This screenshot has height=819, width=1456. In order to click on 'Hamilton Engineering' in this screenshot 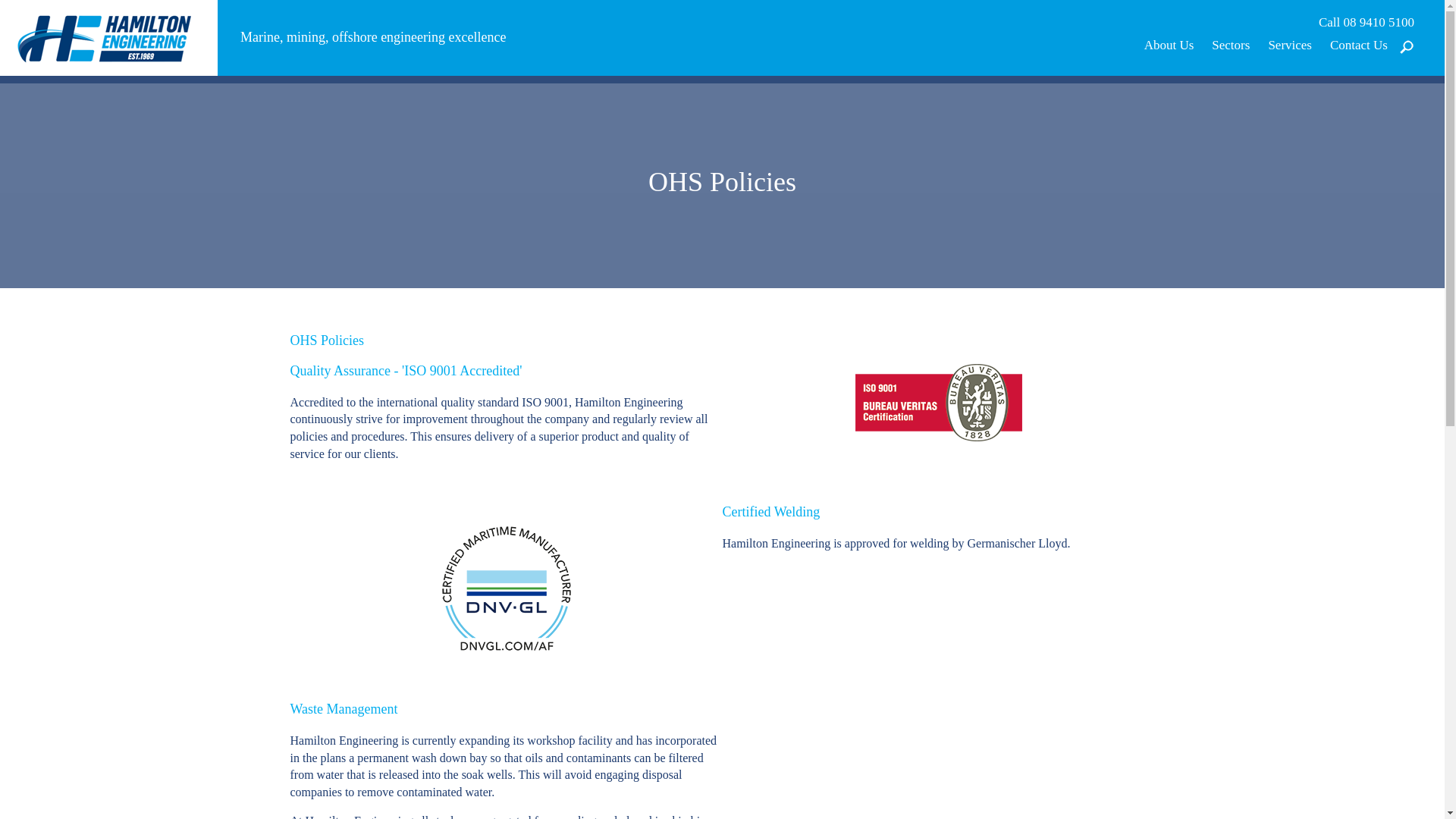, I will do `click(108, 36)`.